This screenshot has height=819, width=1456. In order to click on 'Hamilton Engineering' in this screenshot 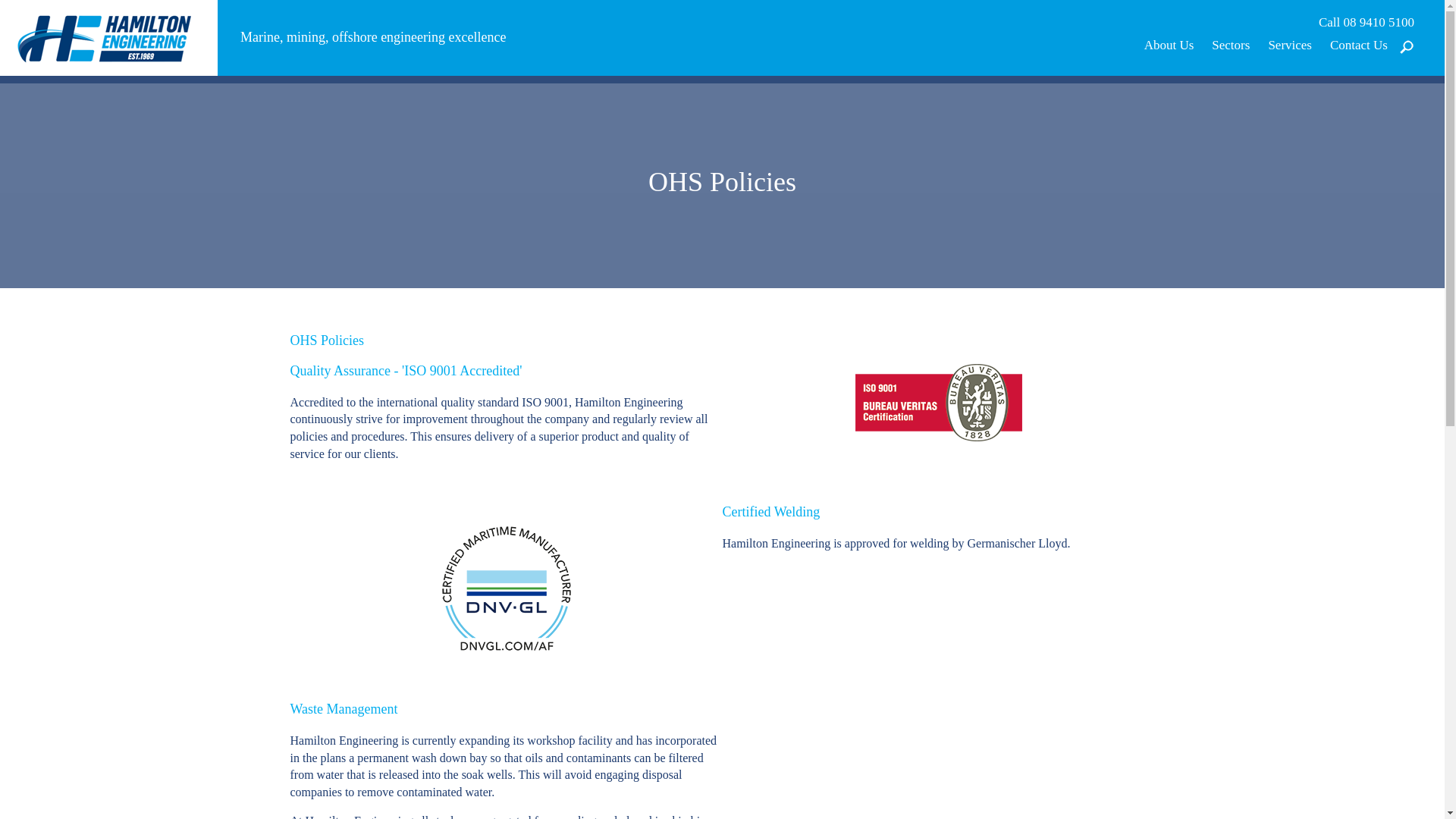, I will do `click(108, 36)`.